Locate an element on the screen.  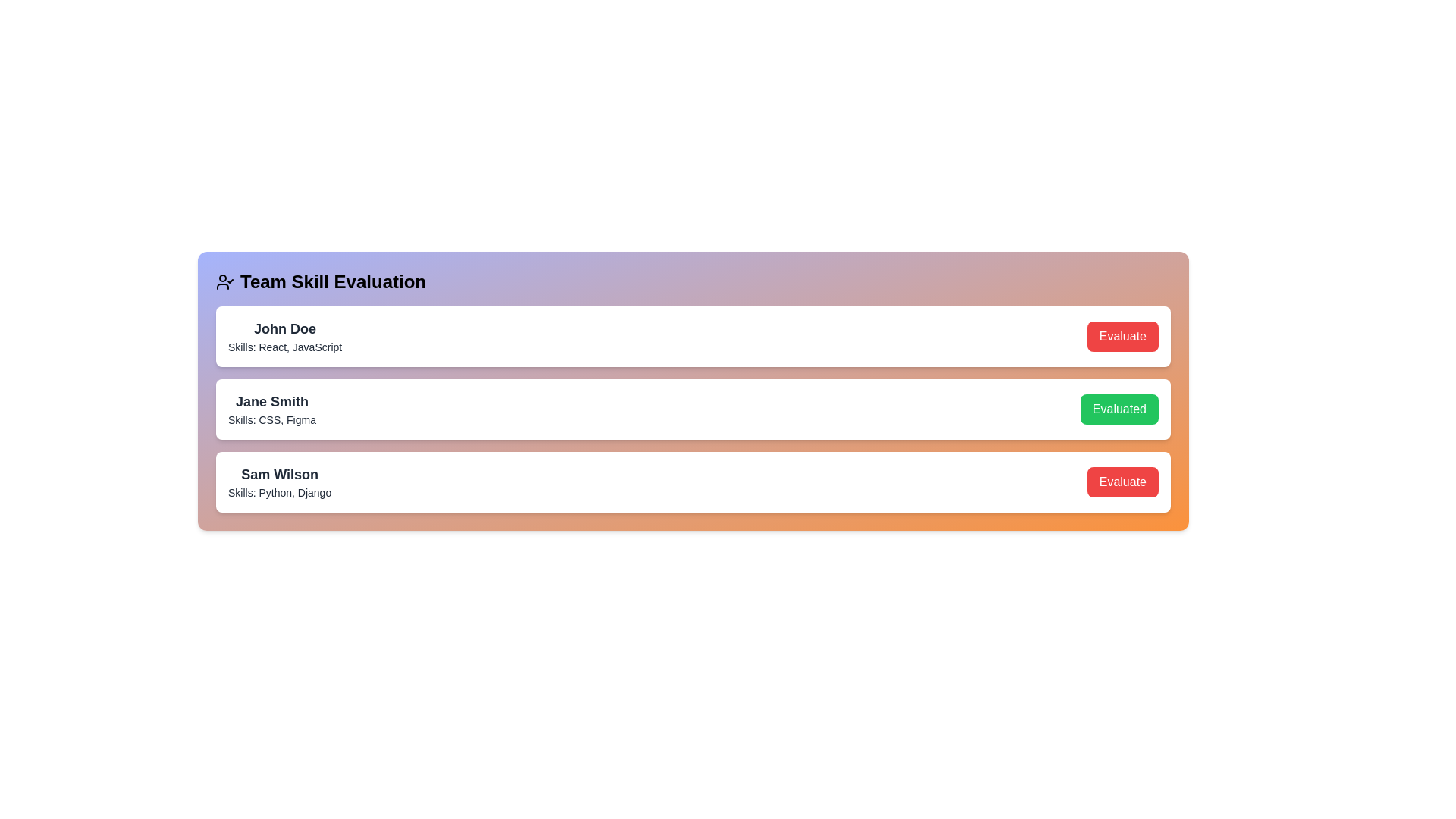
the interactive button located at the far-right end of the row containing 'Jane Smith' and 'Skills: CSS, Figma' to confirm the 'Evaluated' status is located at coordinates (1119, 409).